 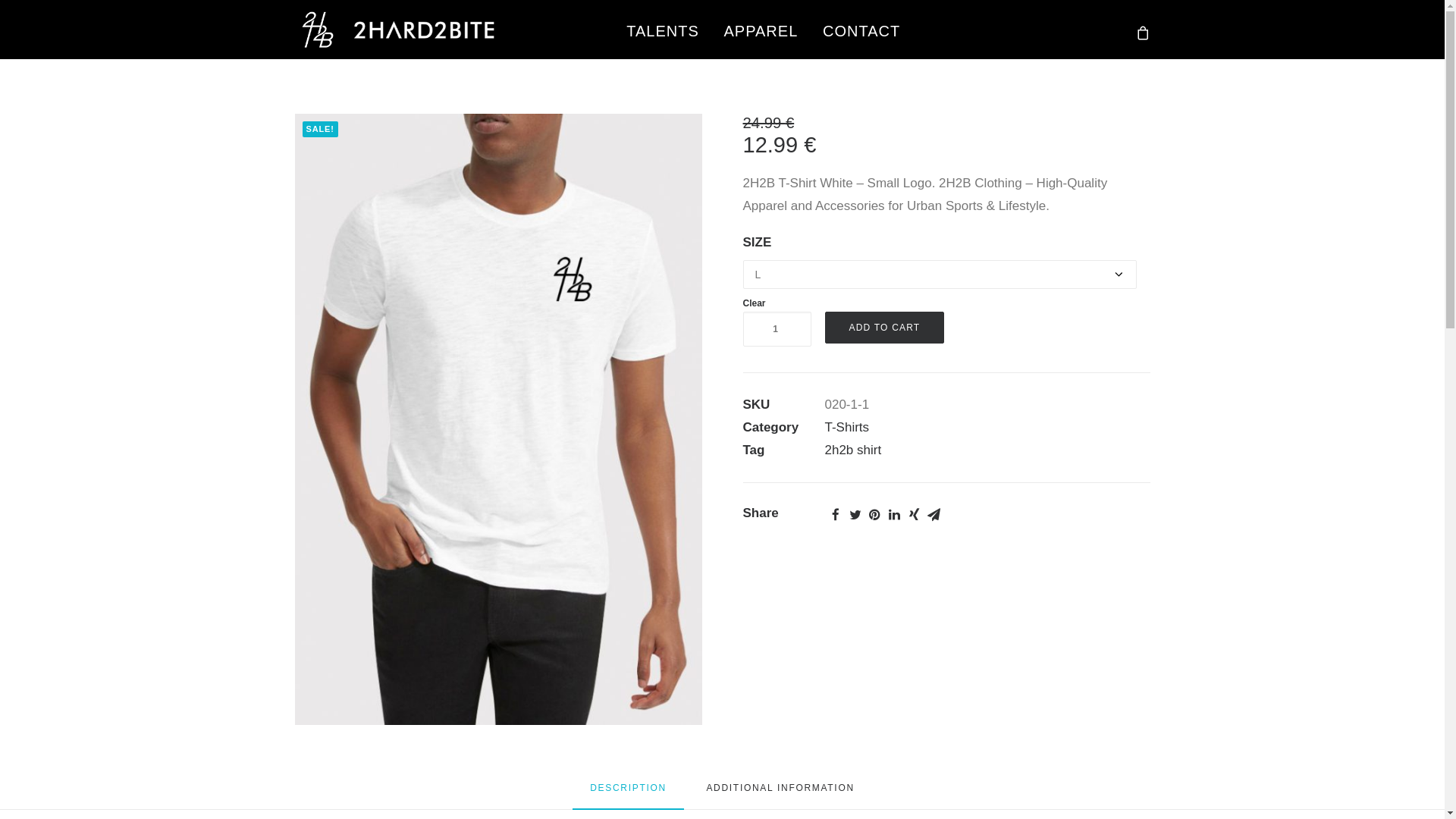 What do you see at coordinates (628, 794) in the screenshot?
I see `'DESCRIPTION'` at bounding box center [628, 794].